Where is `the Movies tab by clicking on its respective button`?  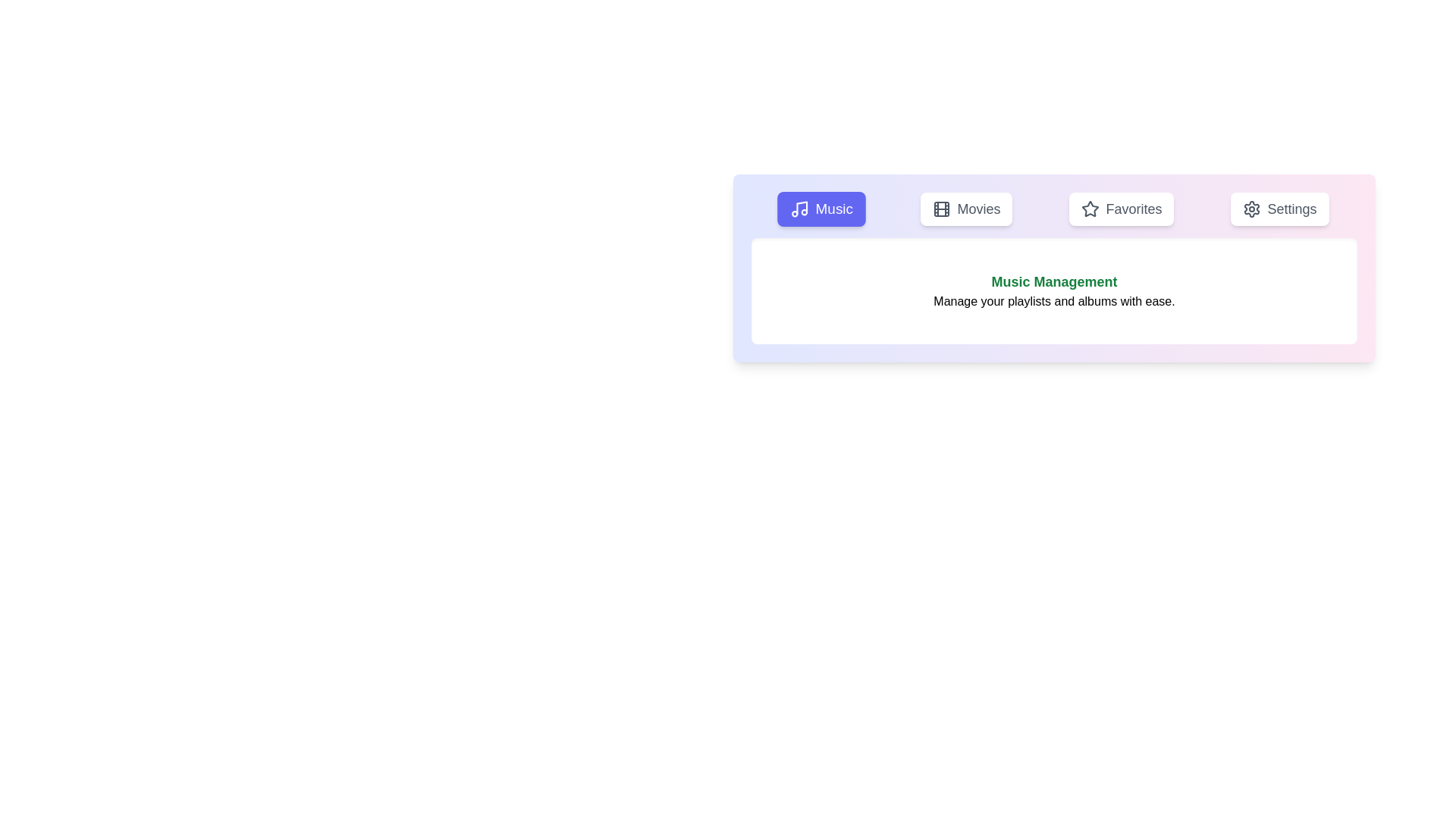 the Movies tab by clicking on its respective button is located at coordinates (966, 209).